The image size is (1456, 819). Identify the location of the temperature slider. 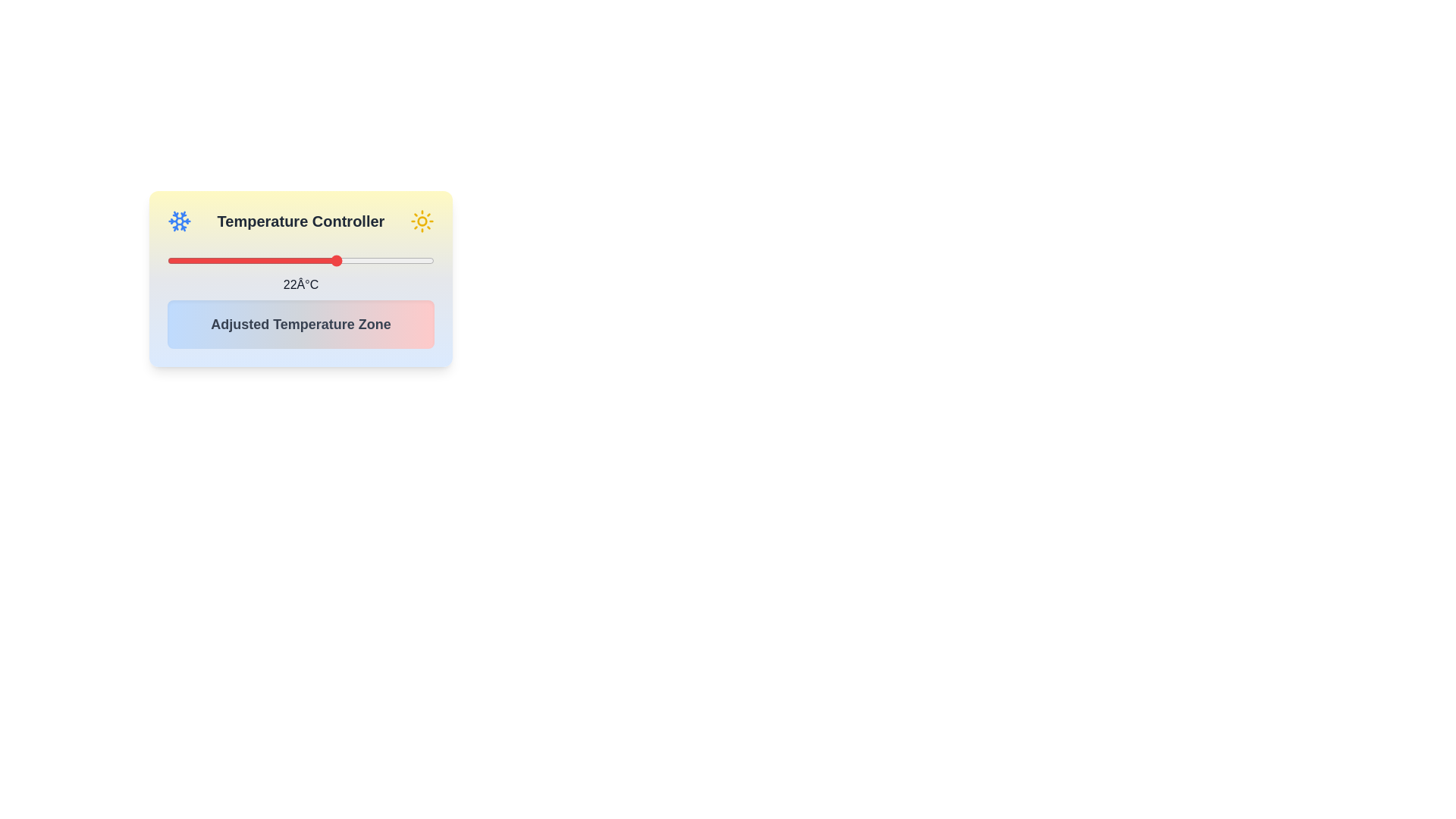
(178, 259).